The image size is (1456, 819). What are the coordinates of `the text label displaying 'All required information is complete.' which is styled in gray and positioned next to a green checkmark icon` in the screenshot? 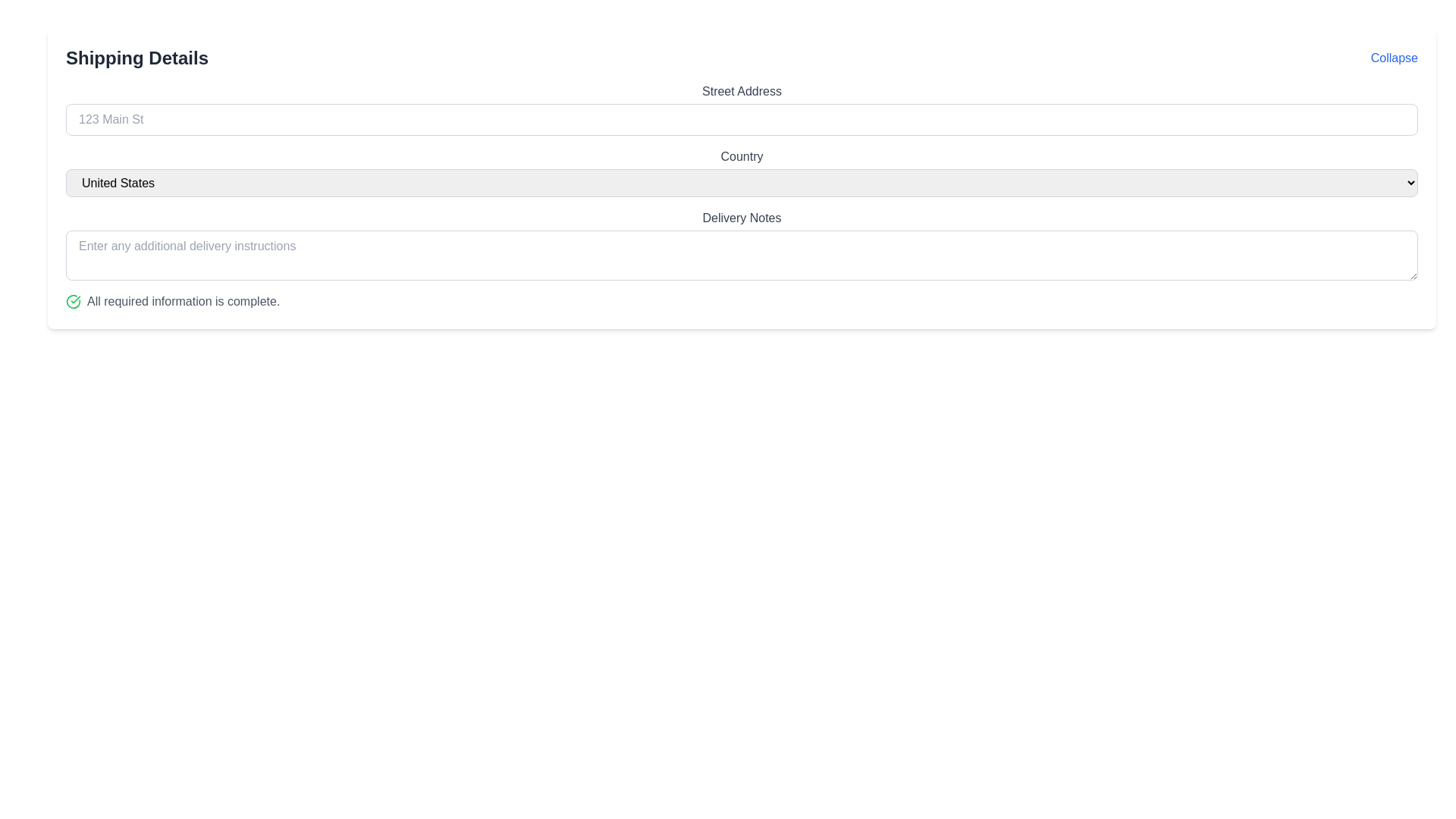 It's located at (183, 301).